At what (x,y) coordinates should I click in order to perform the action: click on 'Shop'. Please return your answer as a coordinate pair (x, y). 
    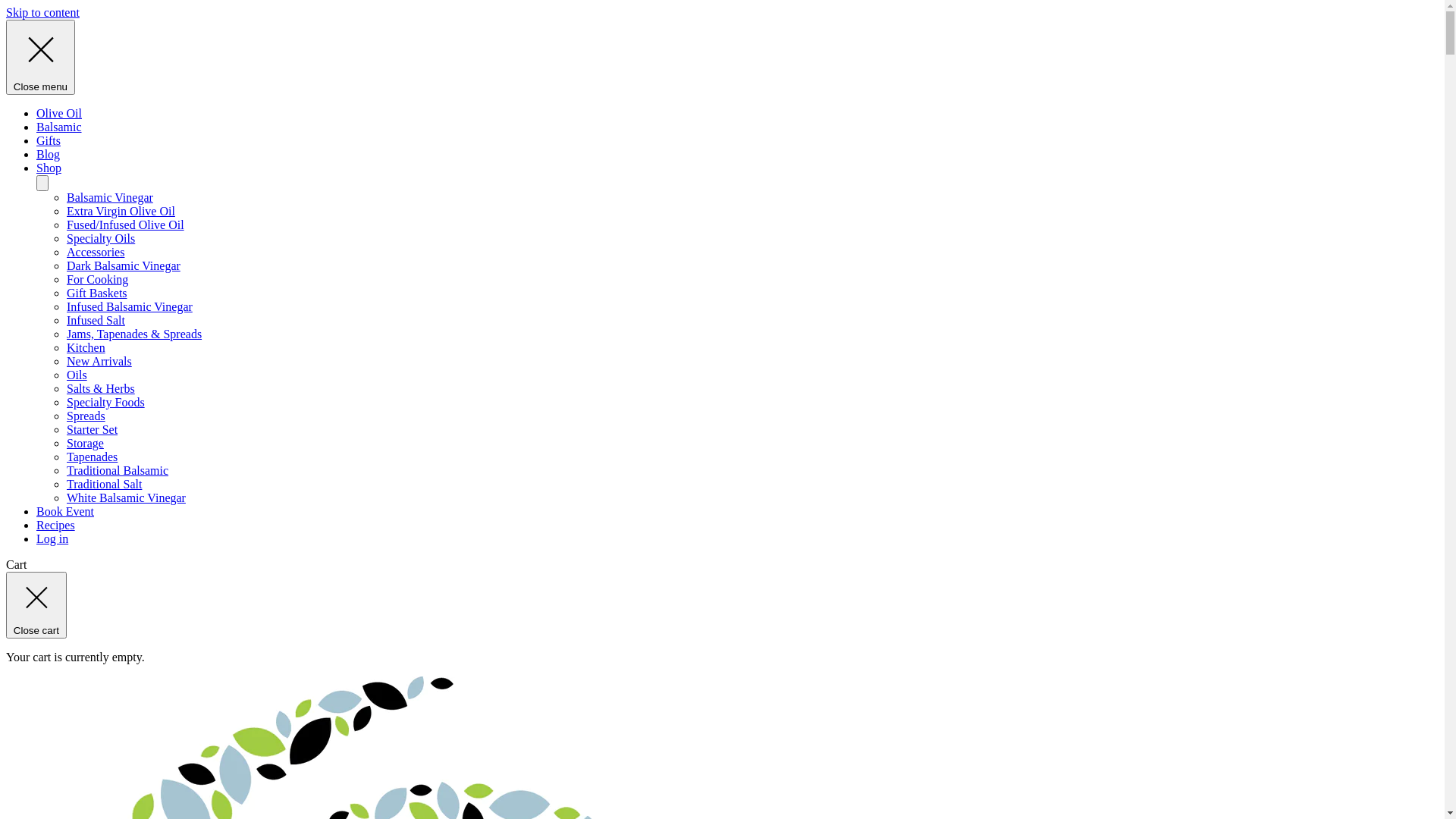
    Looking at the image, I should click on (49, 168).